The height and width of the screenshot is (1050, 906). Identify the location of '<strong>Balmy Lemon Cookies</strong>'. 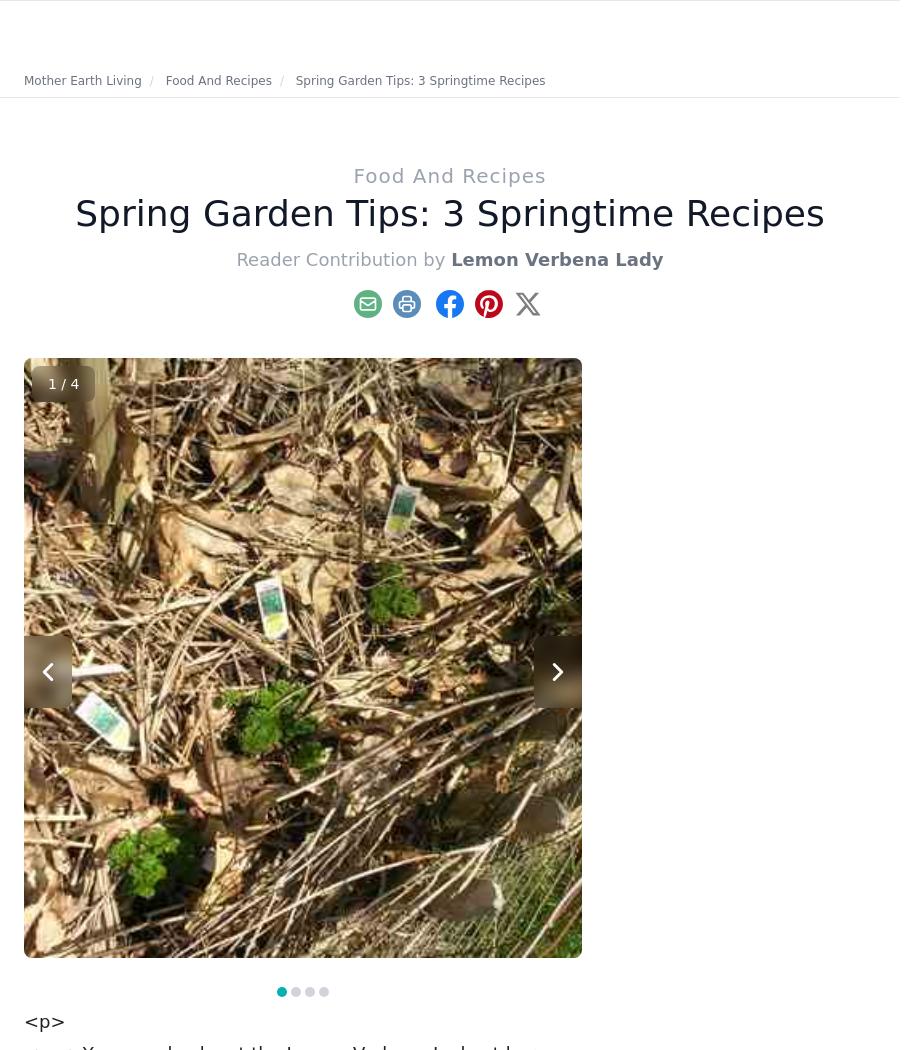
(212, 854).